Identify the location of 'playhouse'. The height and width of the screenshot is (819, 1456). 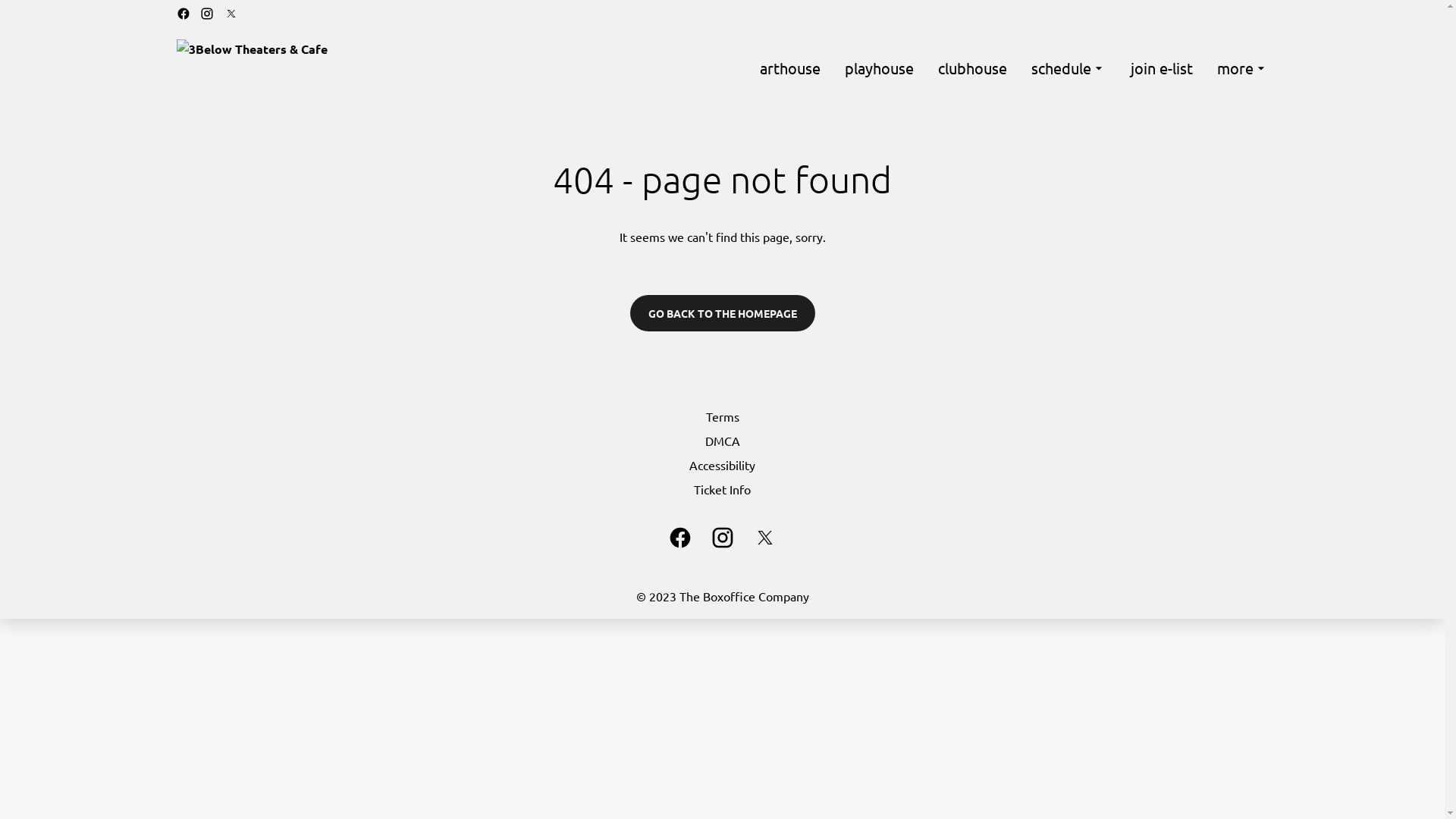
(879, 67).